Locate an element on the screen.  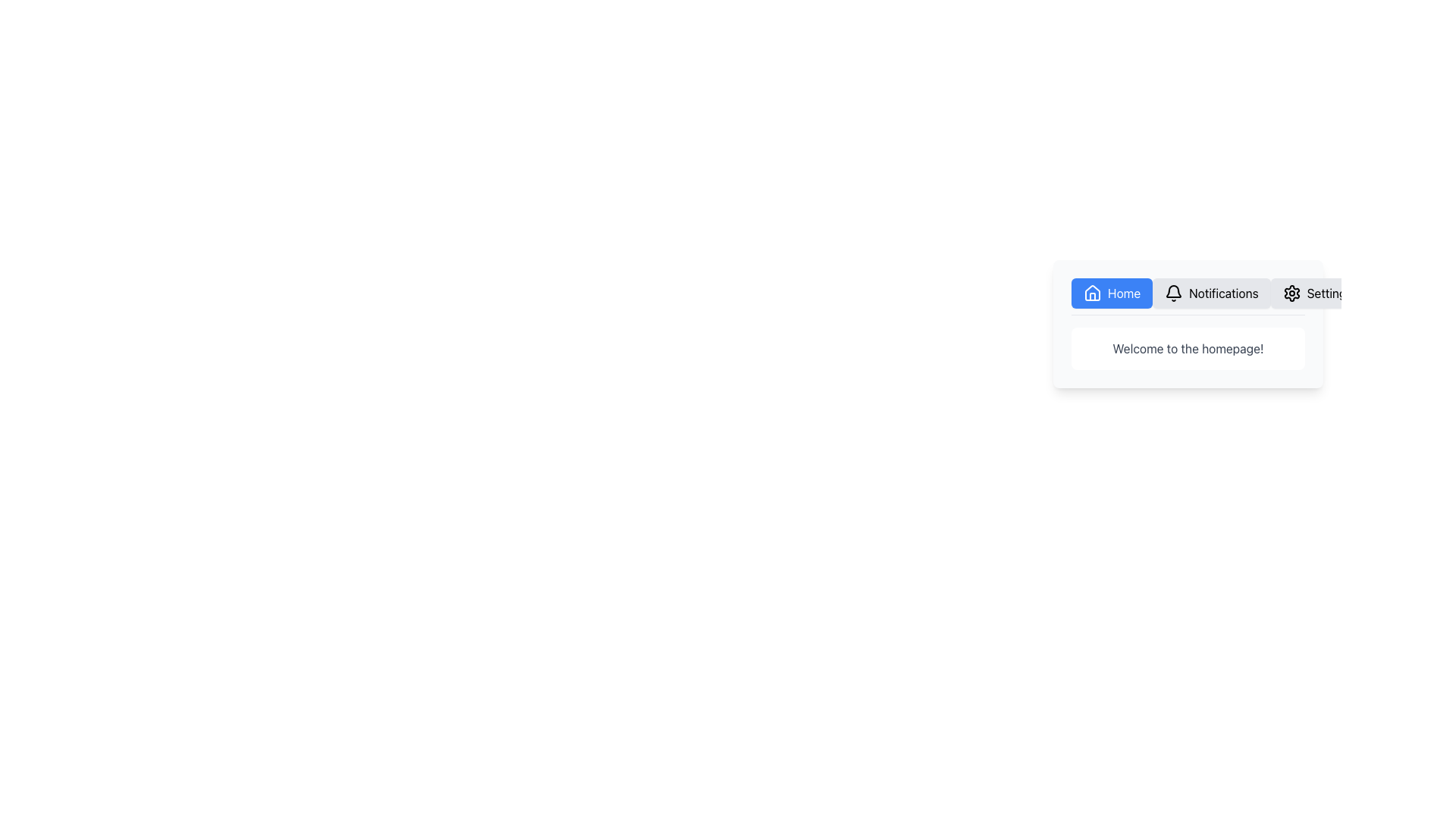
the navigation button for accessing the Notifications section located in the horizontal navigation bar, positioned to the right of 'Home' is located at coordinates (1210, 293).